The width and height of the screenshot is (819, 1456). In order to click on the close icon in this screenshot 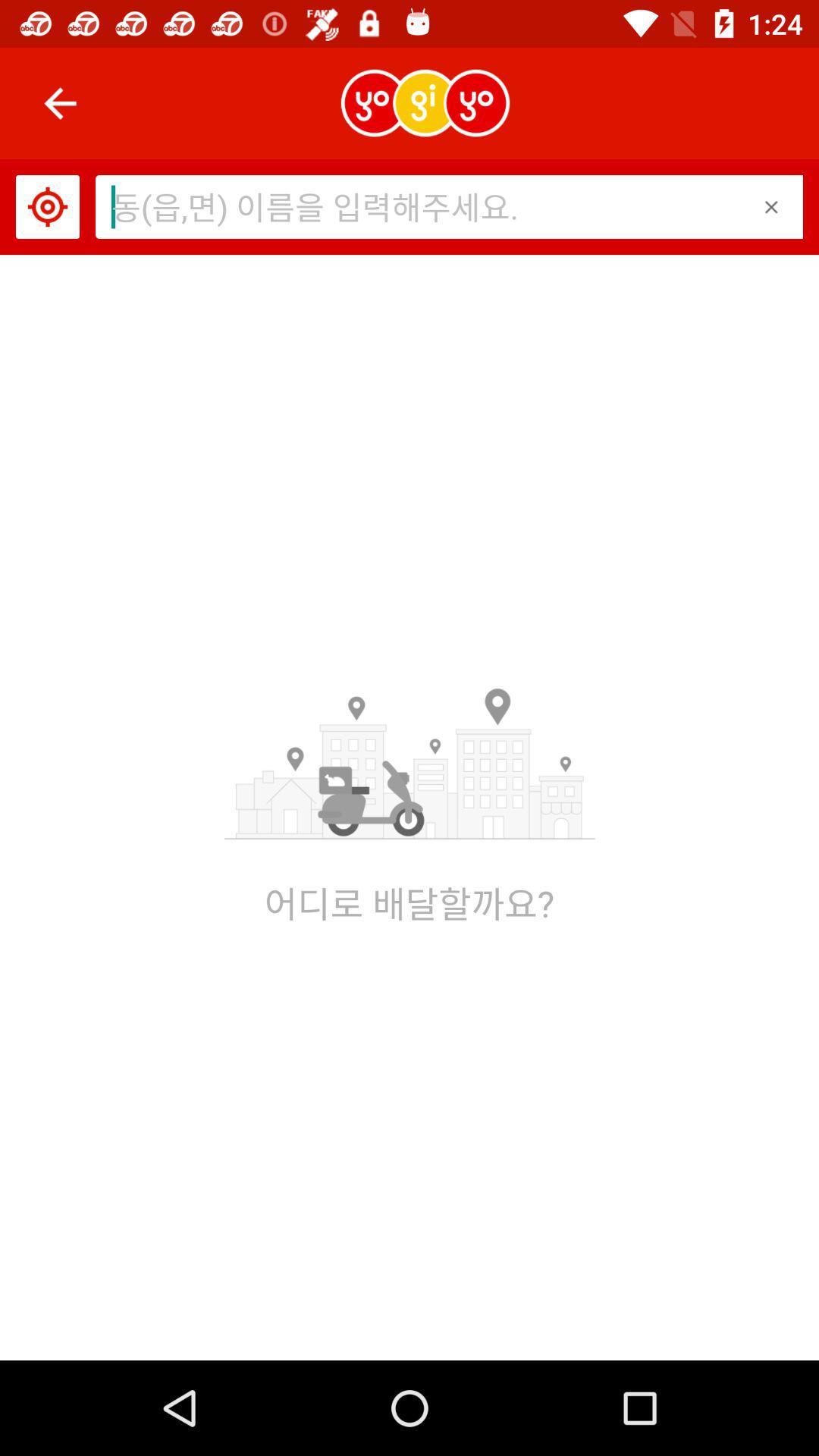, I will do `click(771, 206)`.